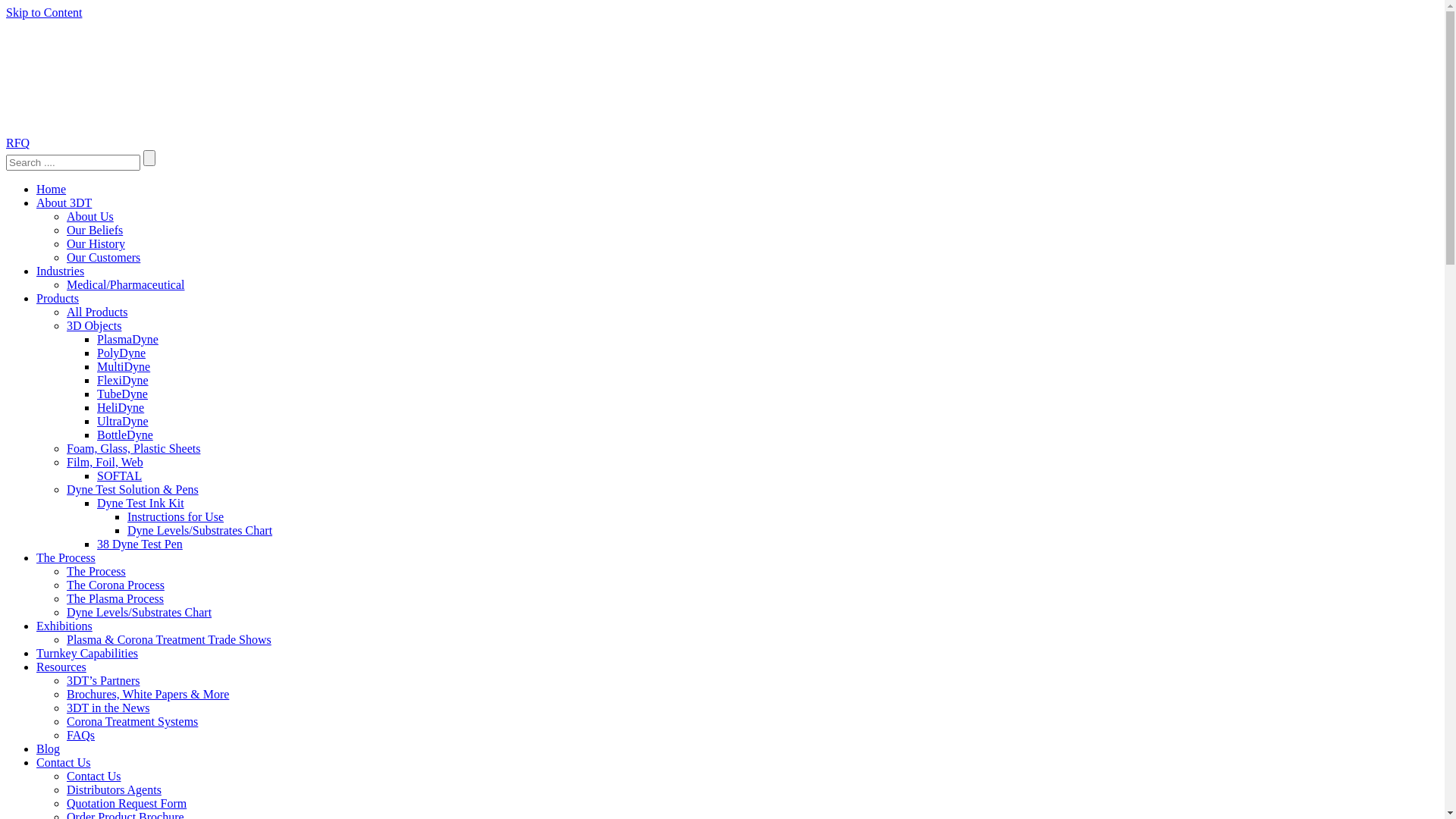  Describe the element at coordinates (175, 516) in the screenshot. I see `'Instructions for Use'` at that location.